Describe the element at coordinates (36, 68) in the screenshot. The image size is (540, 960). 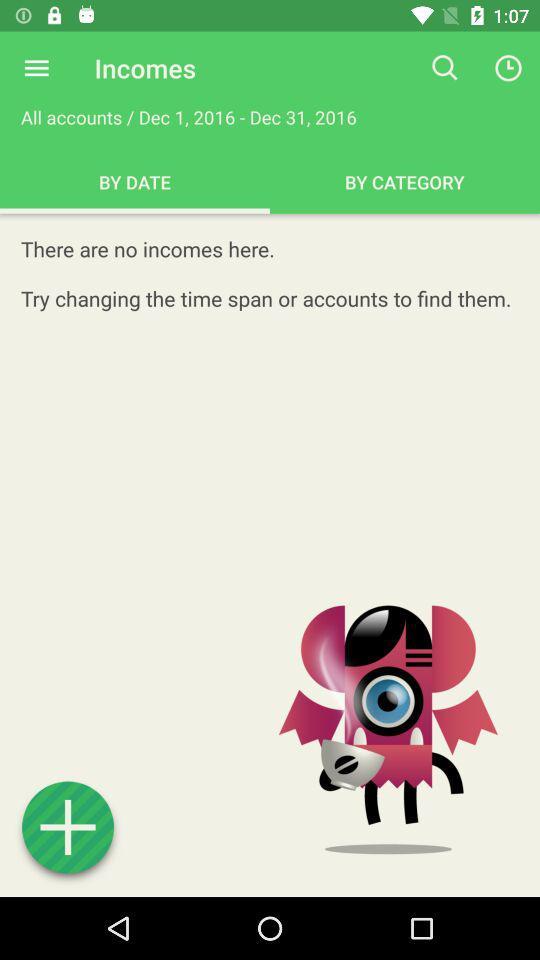
I see `the app above the all accounts dec` at that location.